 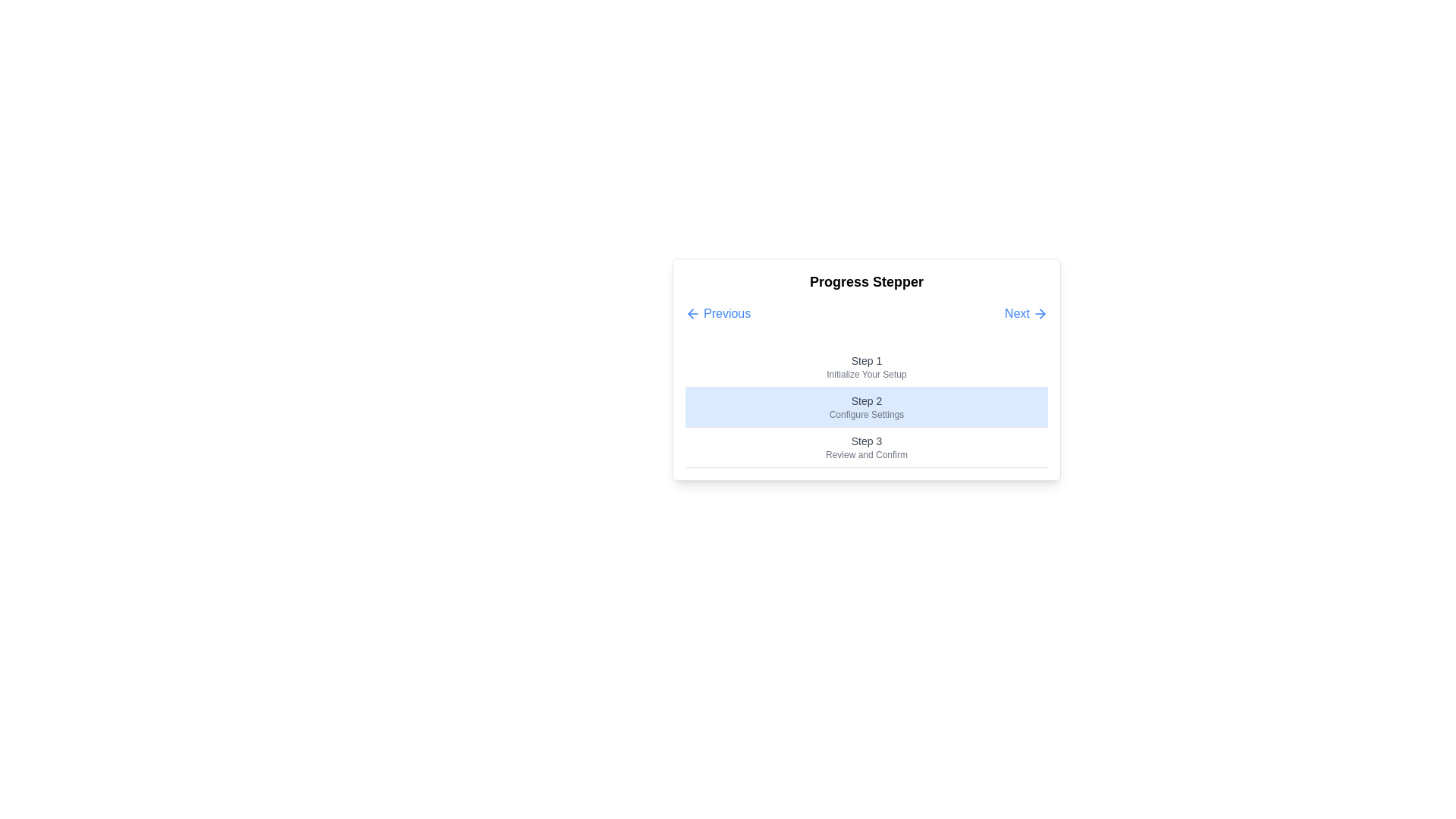 What do you see at coordinates (866, 406) in the screenshot?
I see `the active step in the stepper component, which is the second step in the vertical sequence, to indicate the current progress in the workflow` at bounding box center [866, 406].